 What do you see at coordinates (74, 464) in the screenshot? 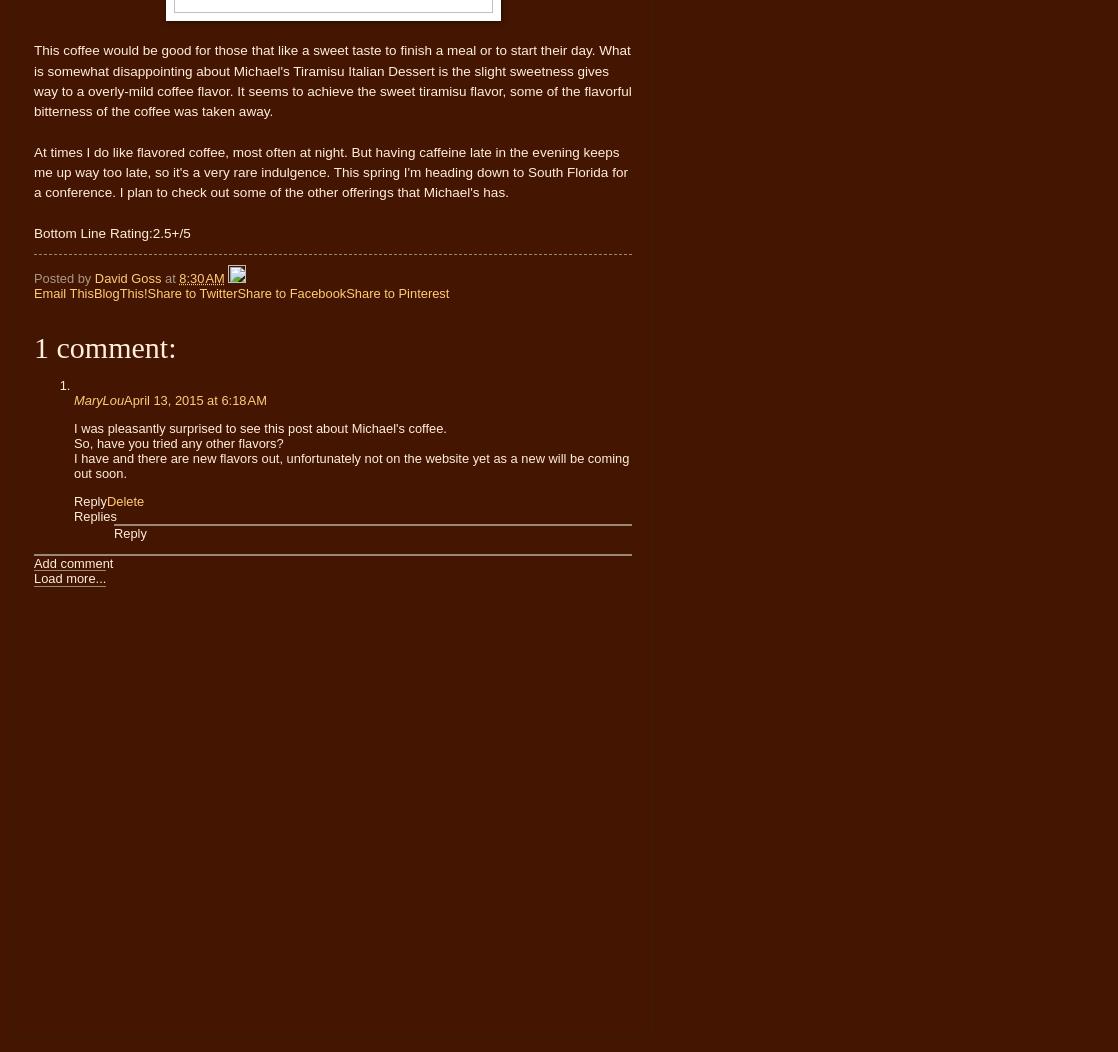
I see `'I have and there are new flavors out, unfortunately not on the website yet as a new will be coming out soon.'` at bounding box center [74, 464].